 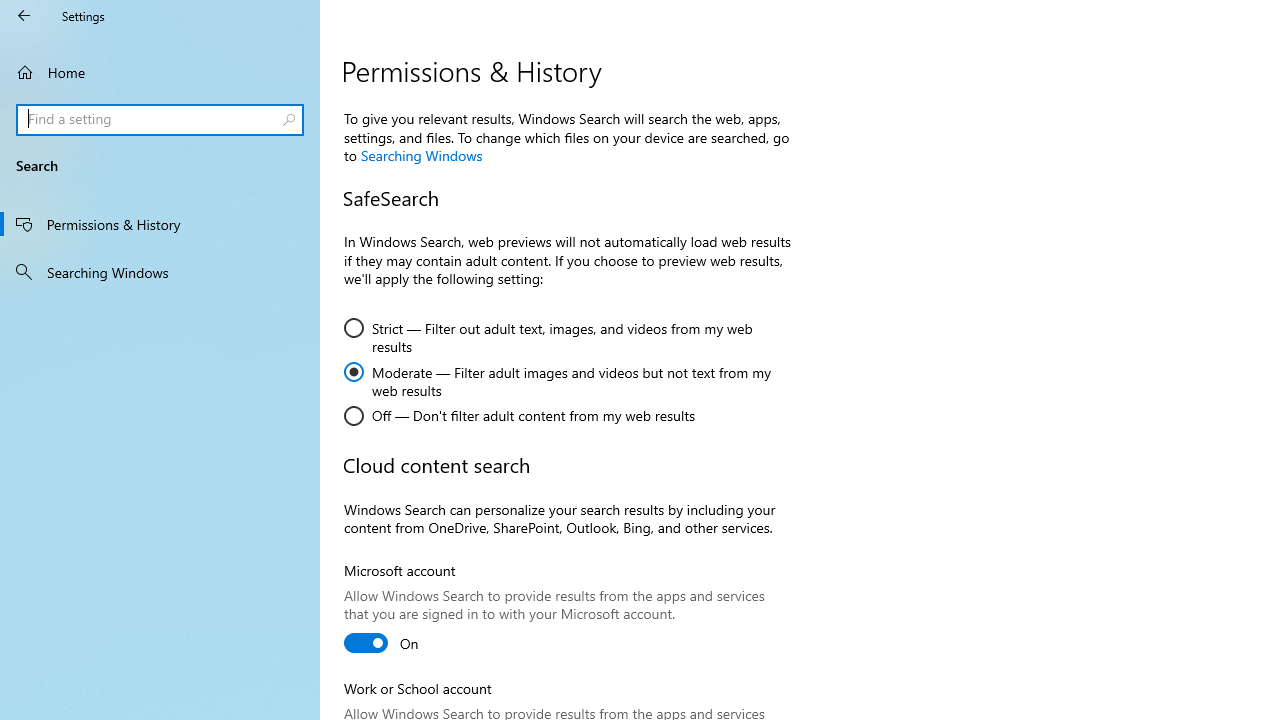 What do you see at coordinates (160, 119) in the screenshot?
I see `'Search box, Find a setting'` at bounding box center [160, 119].